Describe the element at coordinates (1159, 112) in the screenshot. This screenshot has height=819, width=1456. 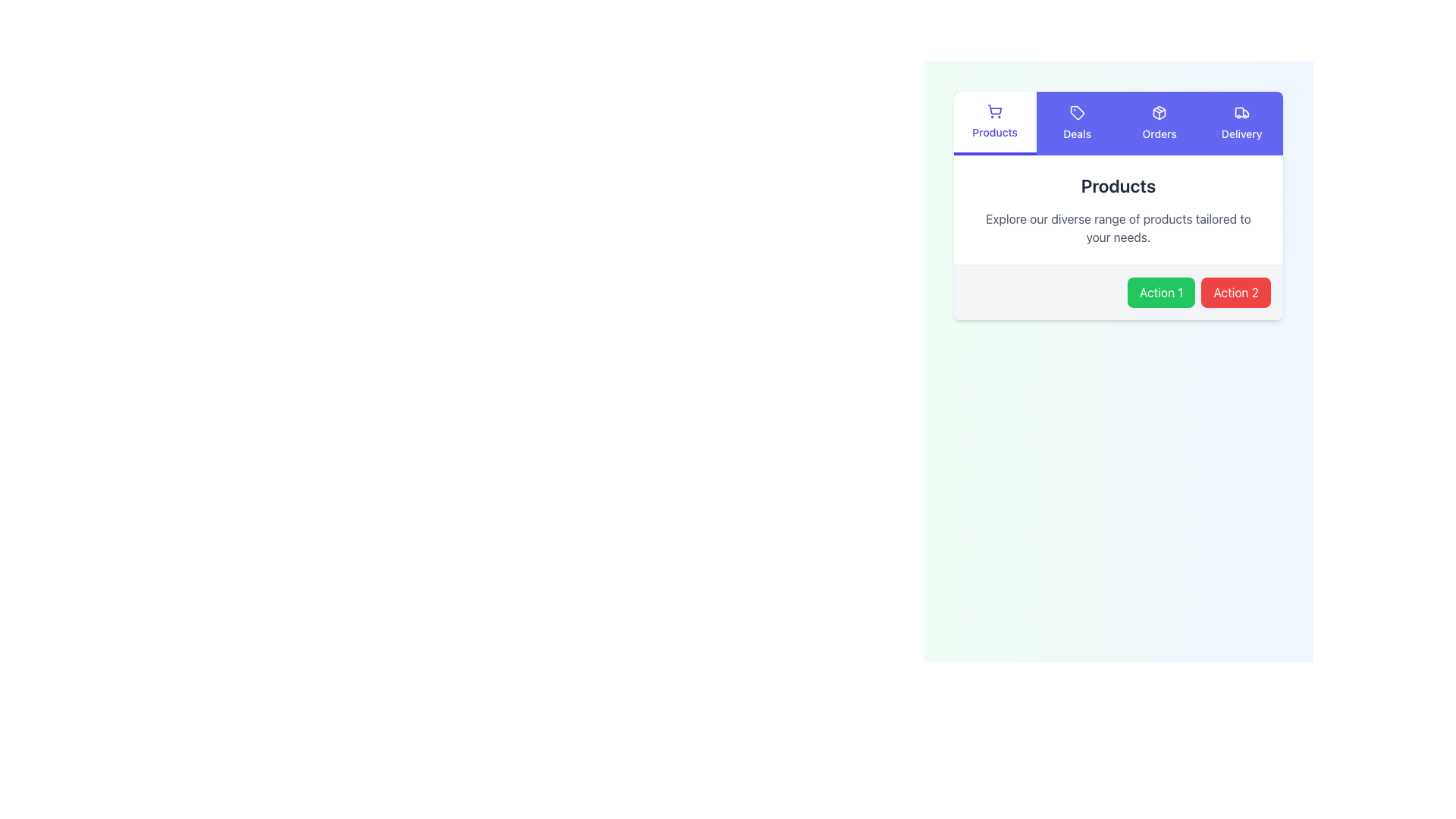
I see `the package box icon located in the 'Orders' tab, which is displayed on a purple background with thin, rounded lines` at that location.